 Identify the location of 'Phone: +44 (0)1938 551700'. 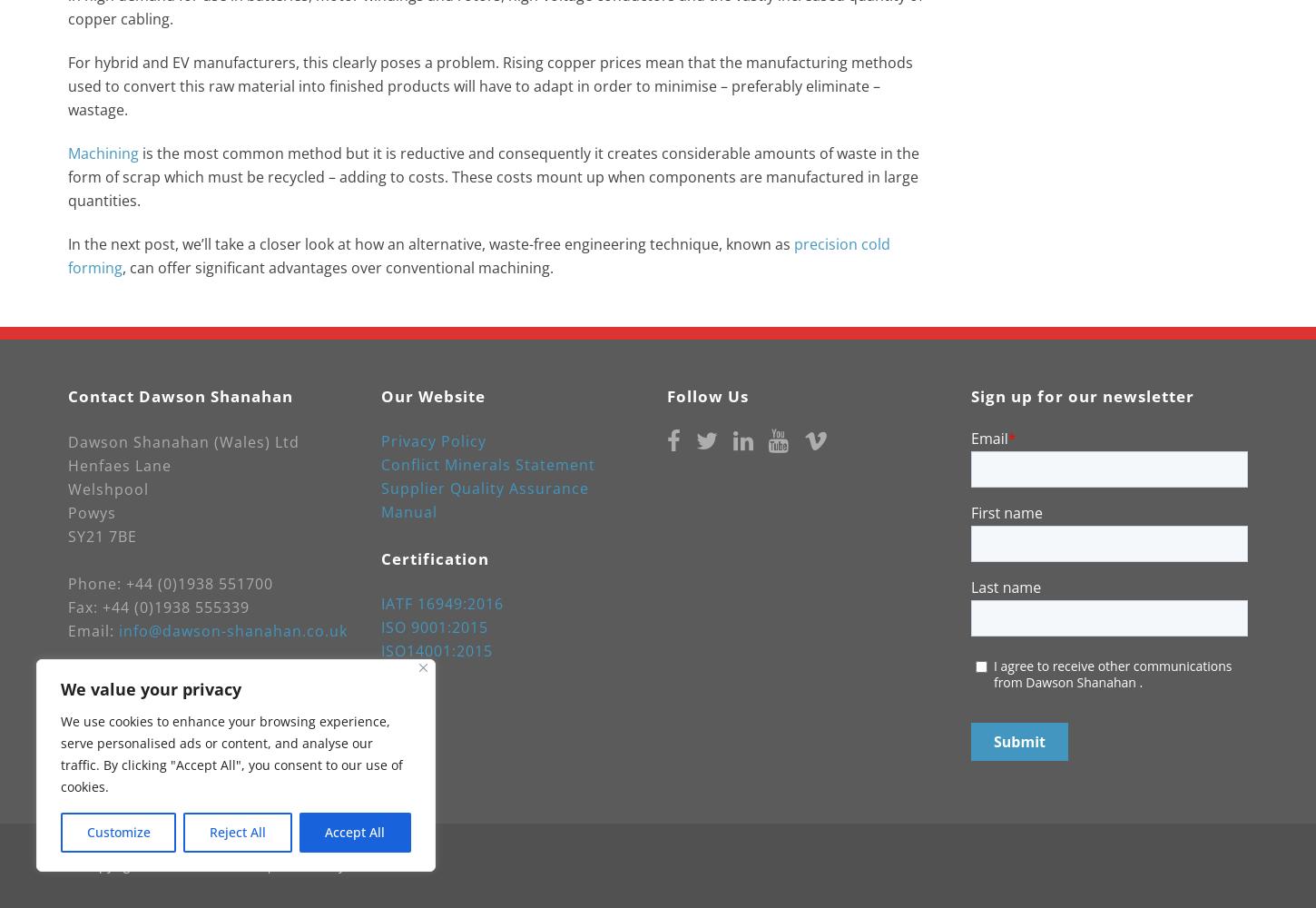
(170, 584).